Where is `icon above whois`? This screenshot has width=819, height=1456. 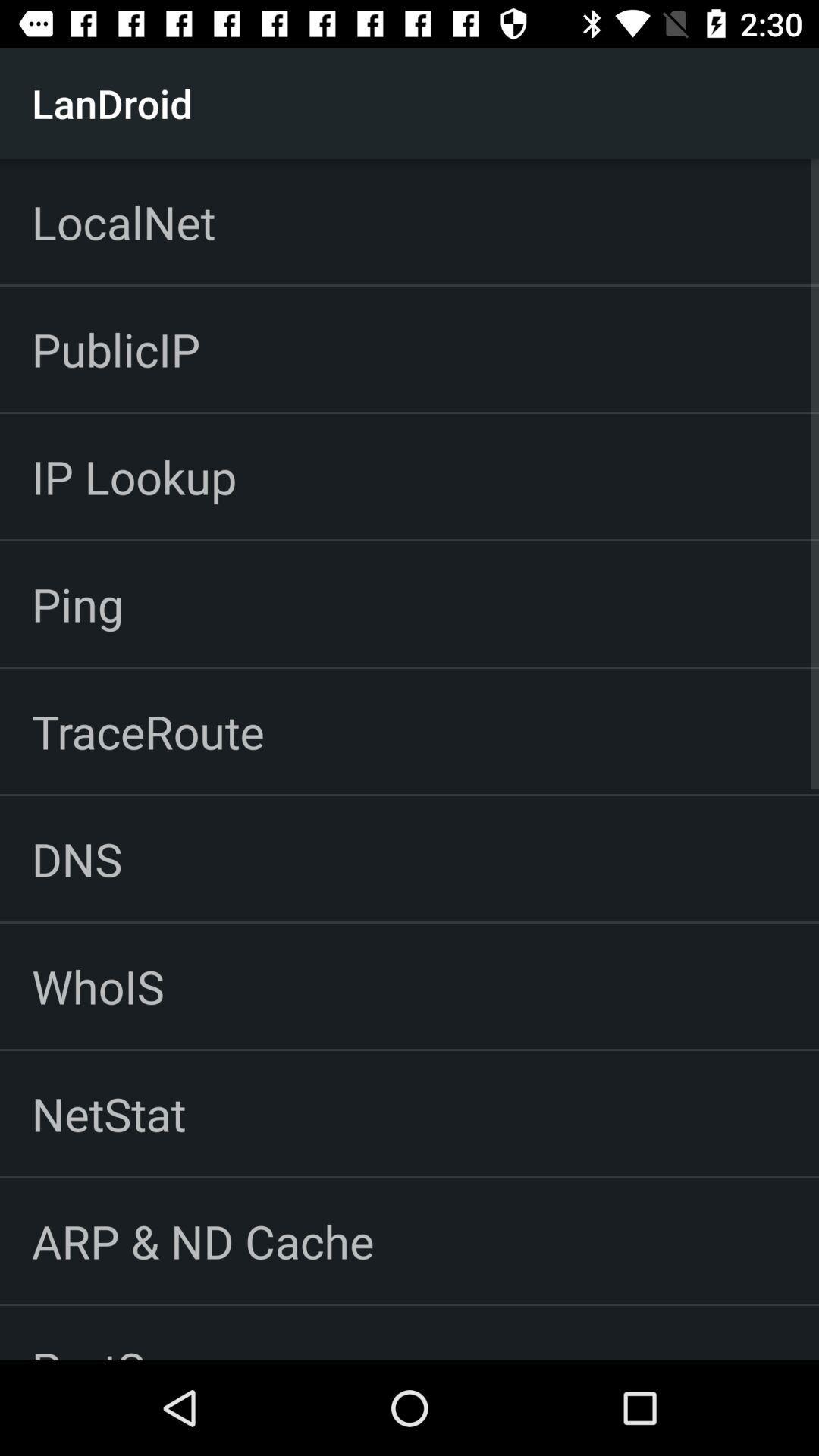
icon above whois is located at coordinates (77, 858).